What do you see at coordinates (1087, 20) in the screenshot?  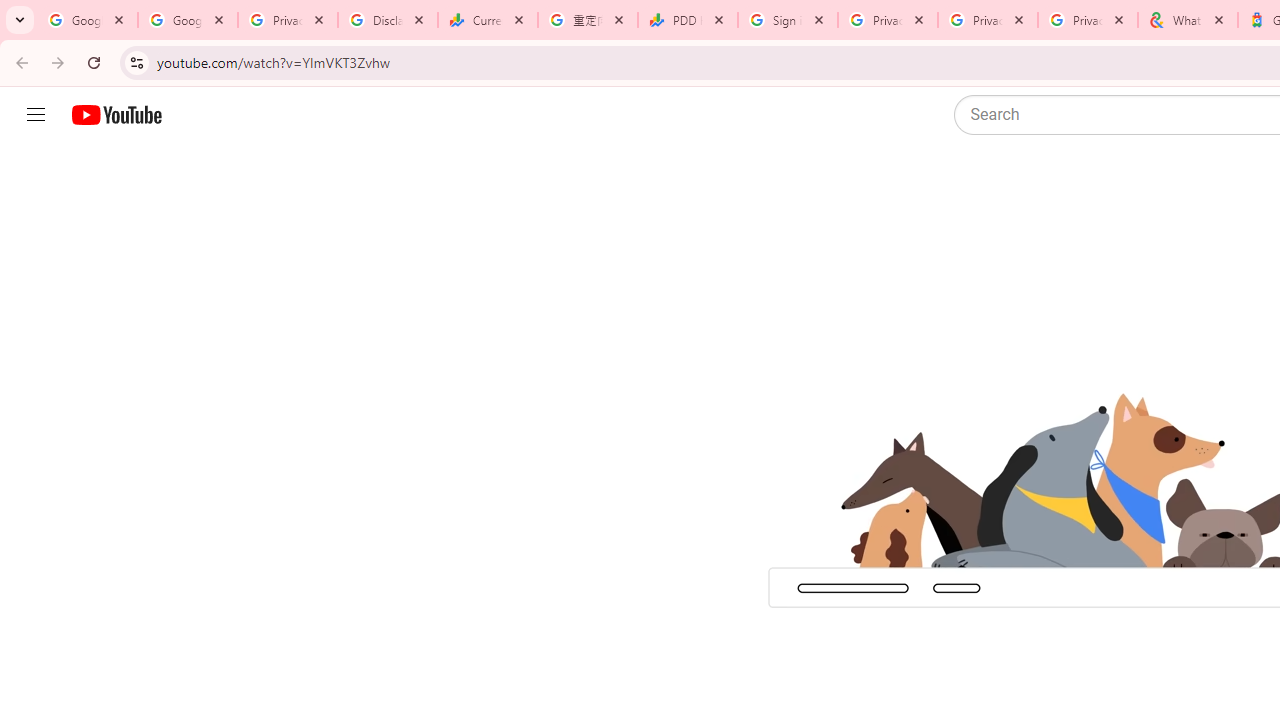 I see `'Privacy Checkup'` at bounding box center [1087, 20].